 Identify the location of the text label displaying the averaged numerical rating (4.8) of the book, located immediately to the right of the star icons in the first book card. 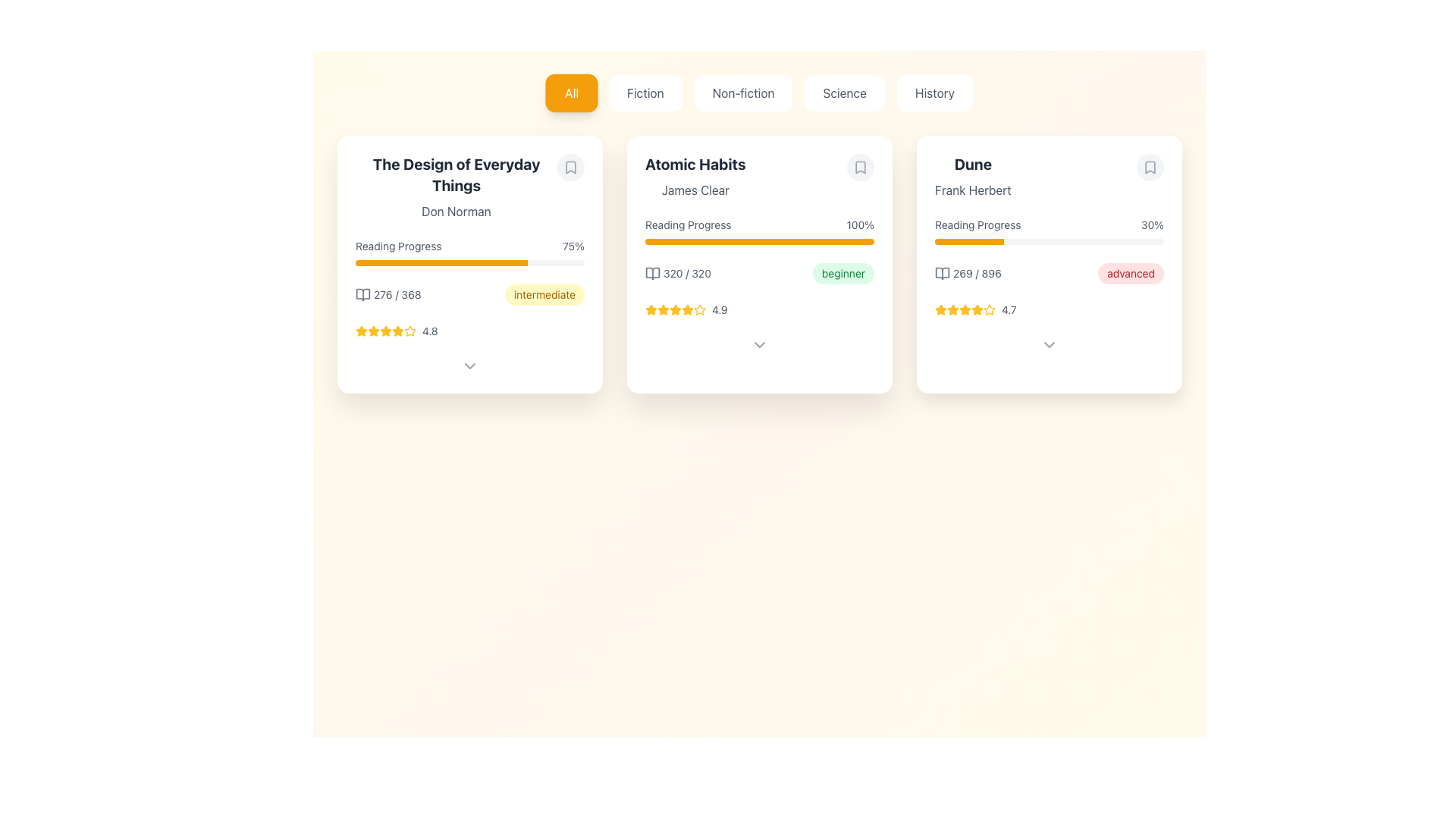
(429, 330).